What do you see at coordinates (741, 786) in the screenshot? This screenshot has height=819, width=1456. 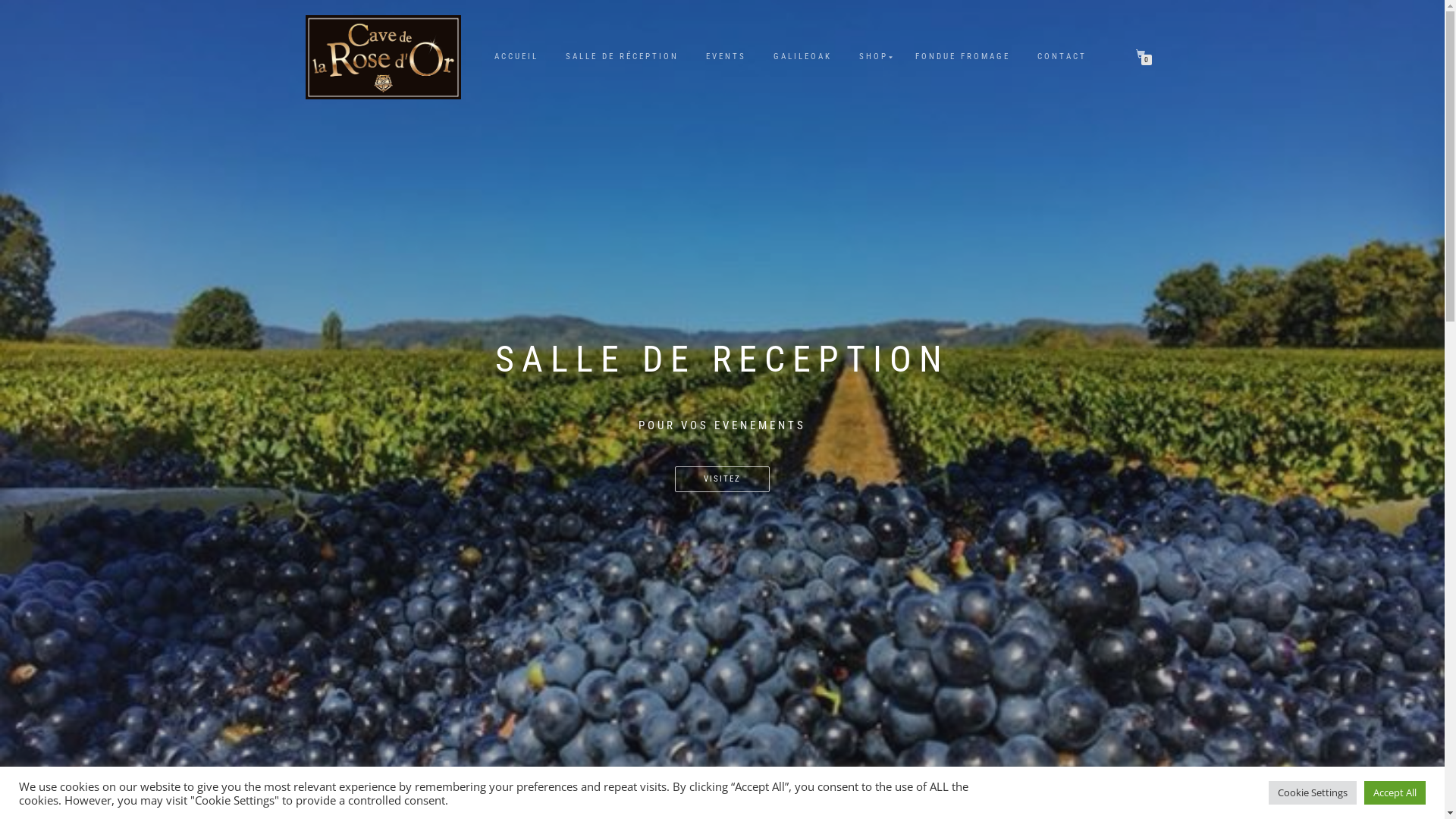 I see `'5'` at bounding box center [741, 786].